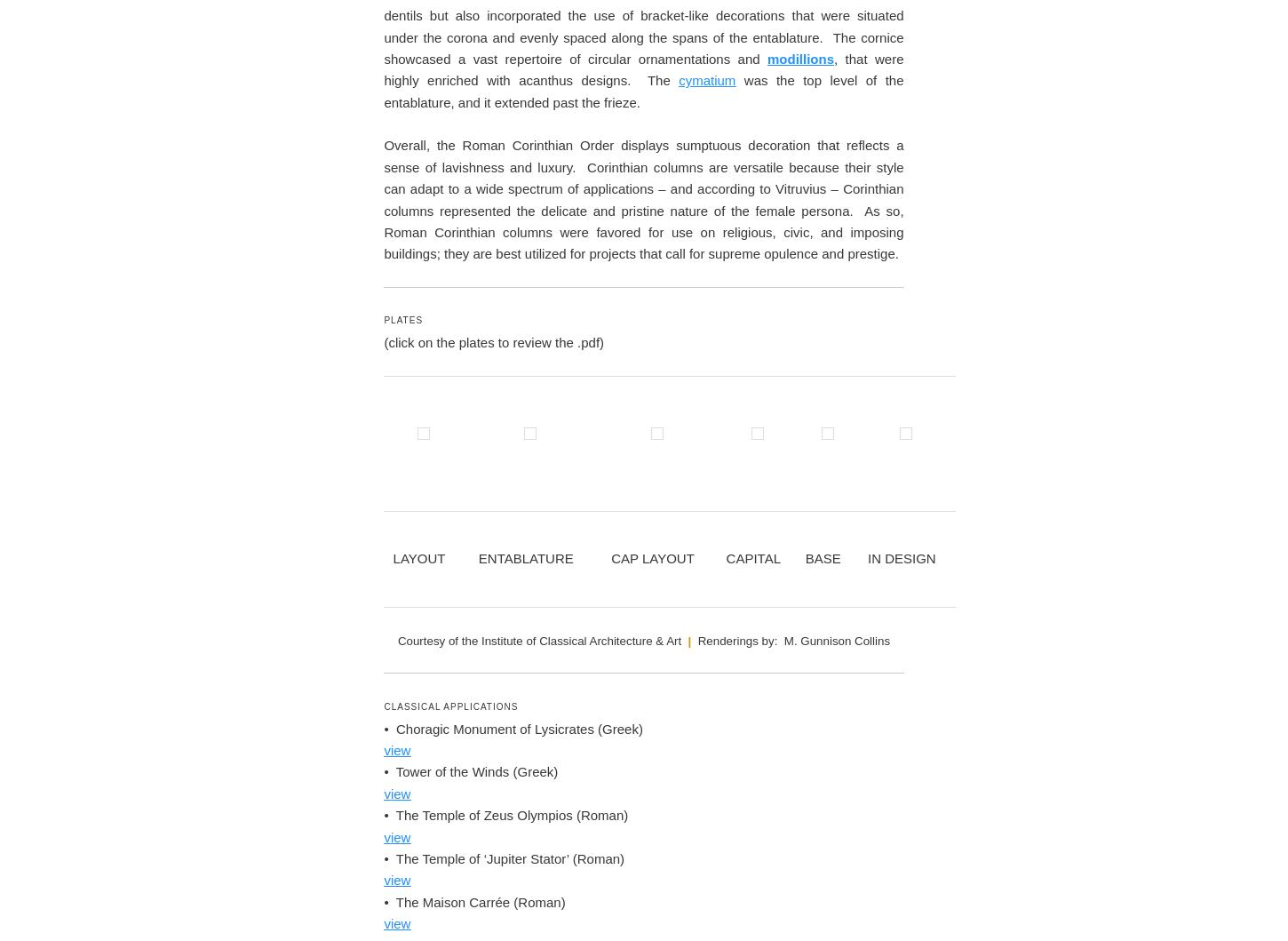 The image size is (1288, 941). I want to click on 'NOTE:', so click(611, 220).